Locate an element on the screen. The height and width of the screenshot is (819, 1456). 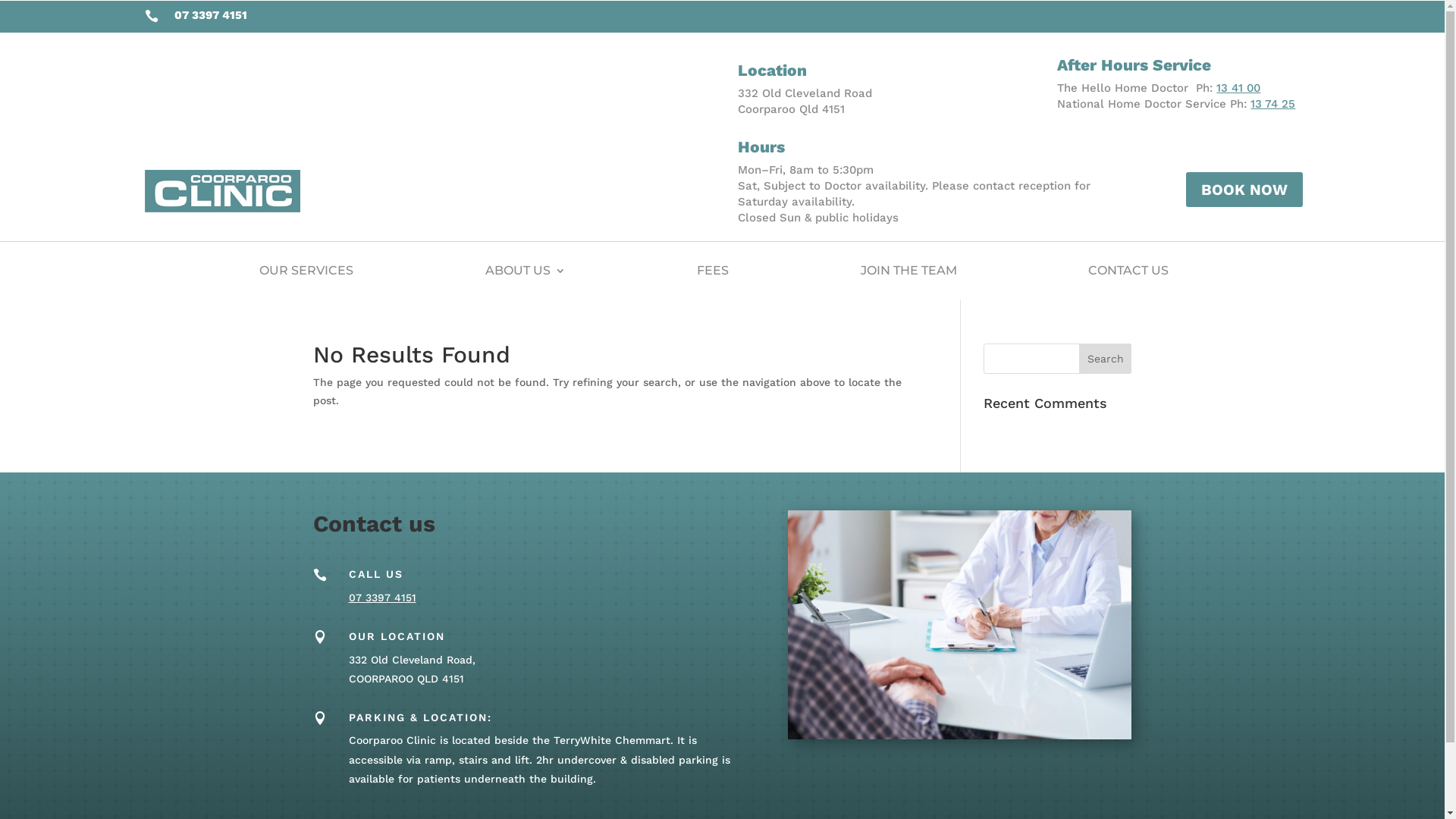
'13 41 00' is located at coordinates (1238, 87).